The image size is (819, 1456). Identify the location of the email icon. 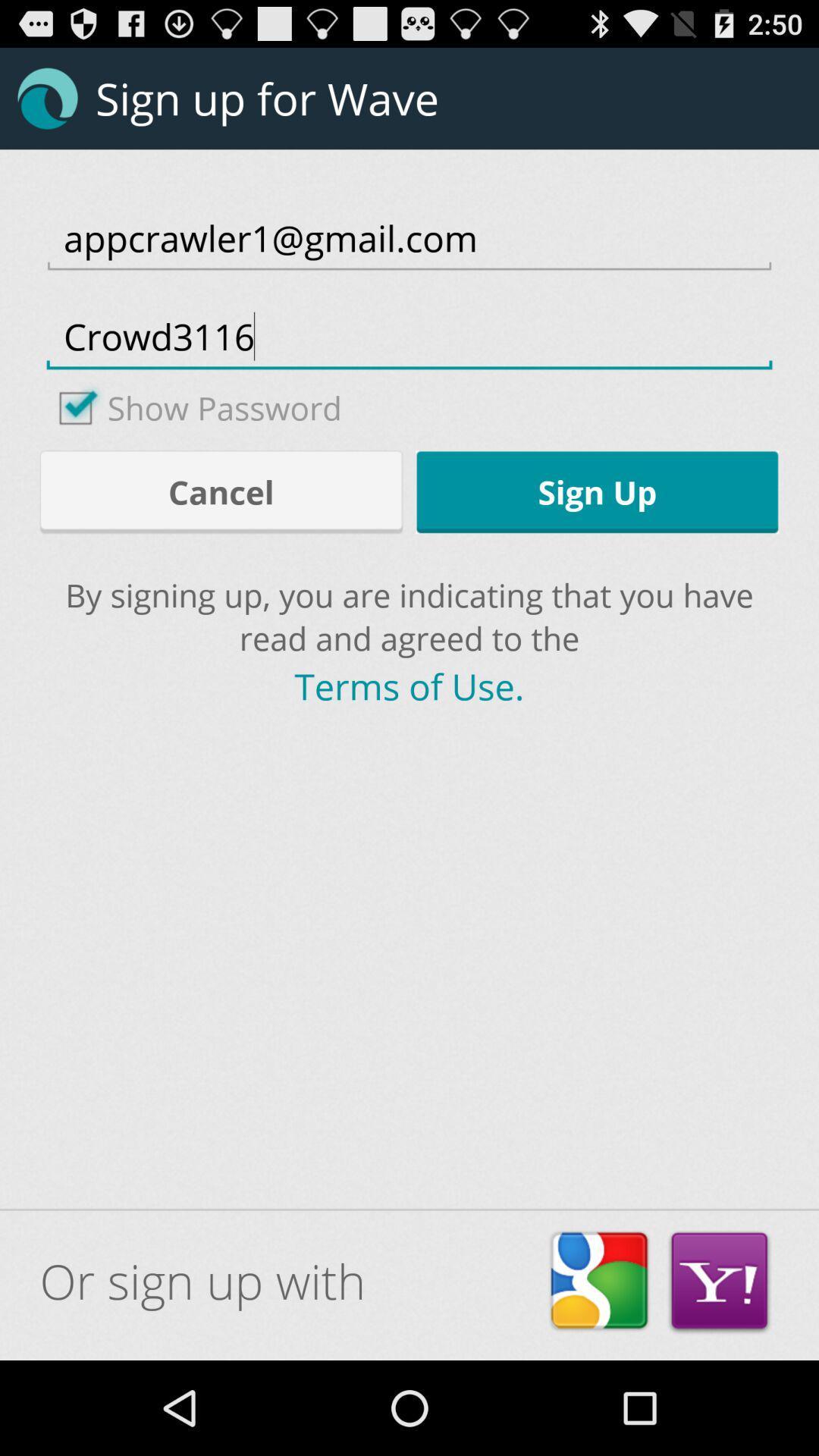
(718, 1370).